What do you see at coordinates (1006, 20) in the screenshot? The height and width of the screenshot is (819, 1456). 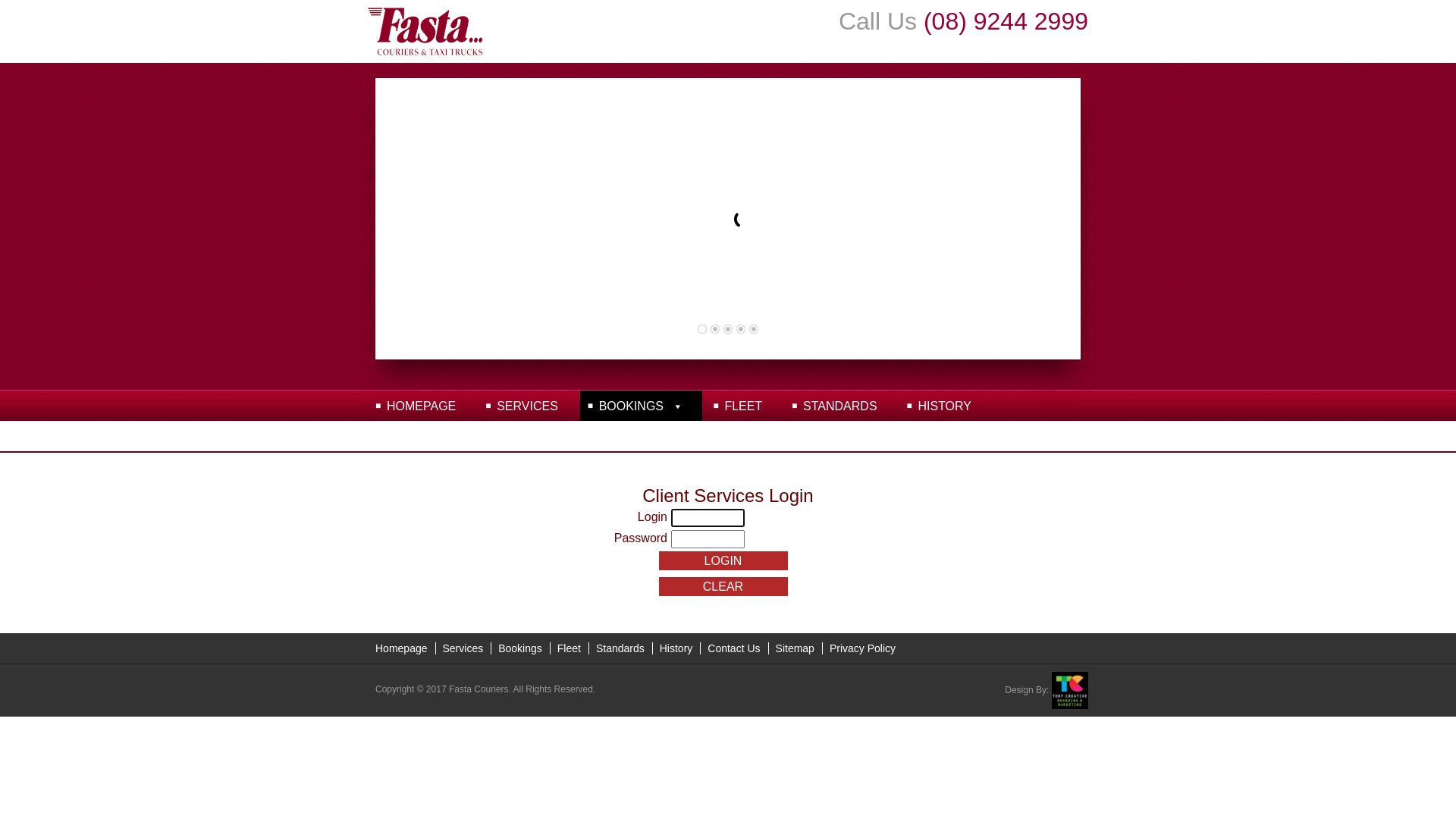 I see `'(08) 9244 2999'` at bounding box center [1006, 20].